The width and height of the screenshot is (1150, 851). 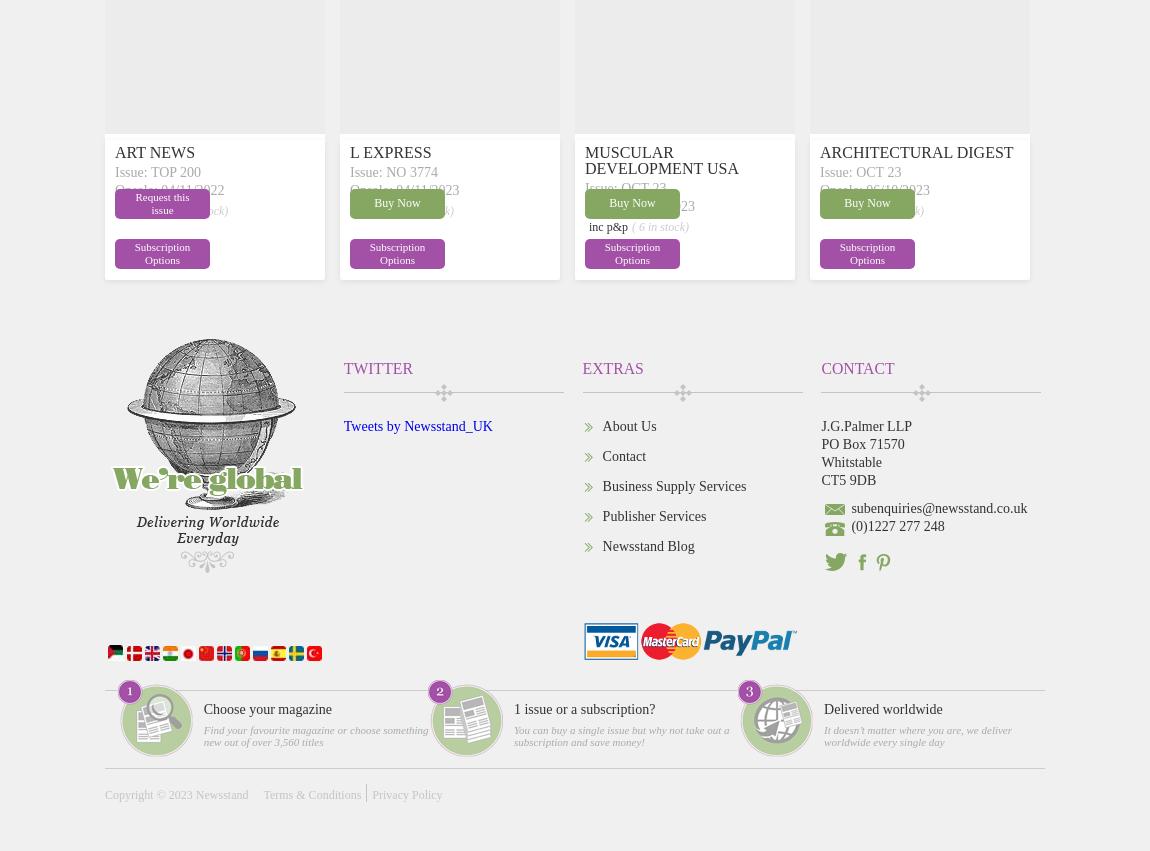 I want to click on '(
        out of stock)', so click(x=194, y=210).